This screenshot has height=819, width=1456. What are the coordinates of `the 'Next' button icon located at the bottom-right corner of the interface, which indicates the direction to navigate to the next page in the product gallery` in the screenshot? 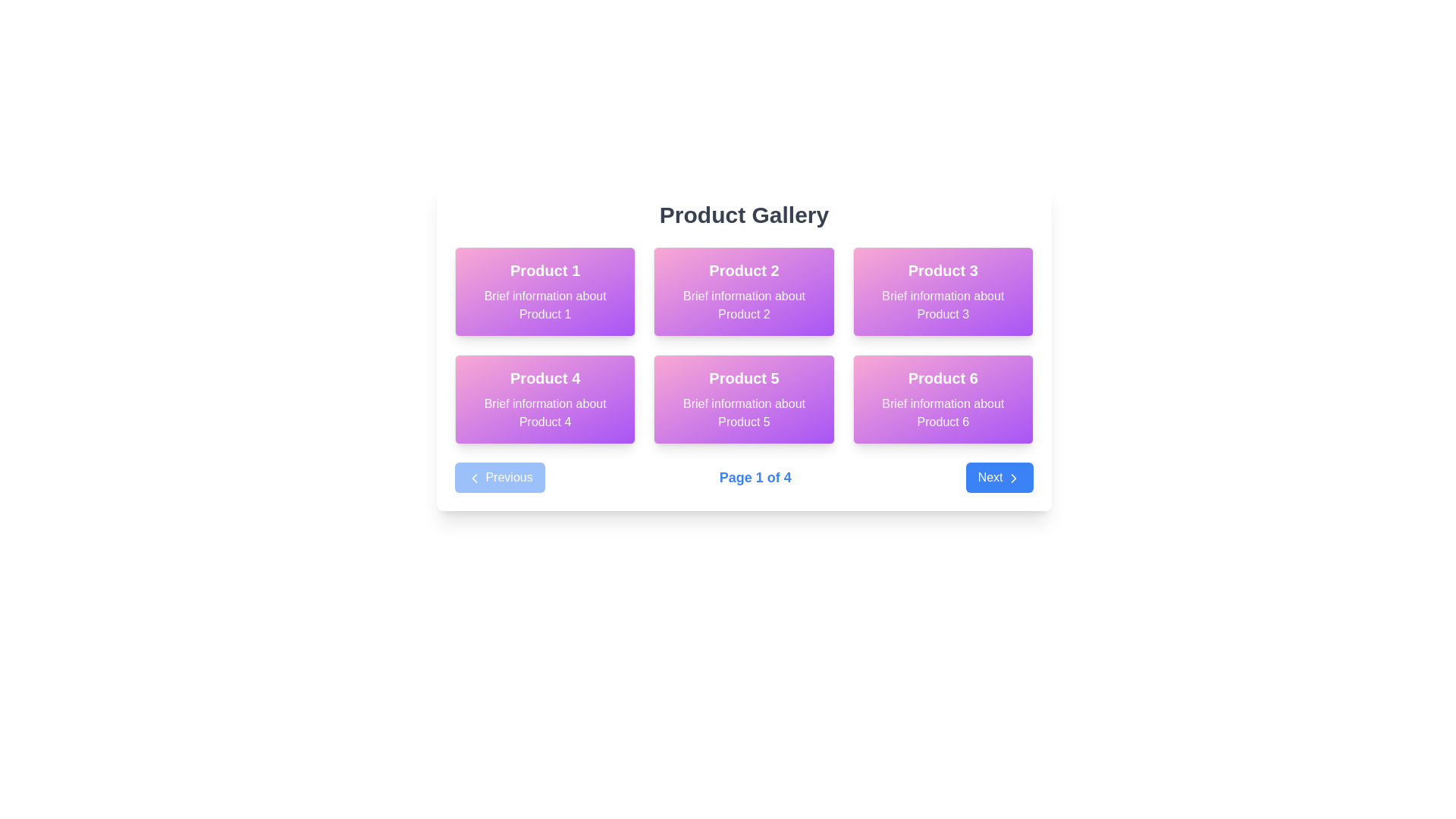 It's located at (1013, 478).